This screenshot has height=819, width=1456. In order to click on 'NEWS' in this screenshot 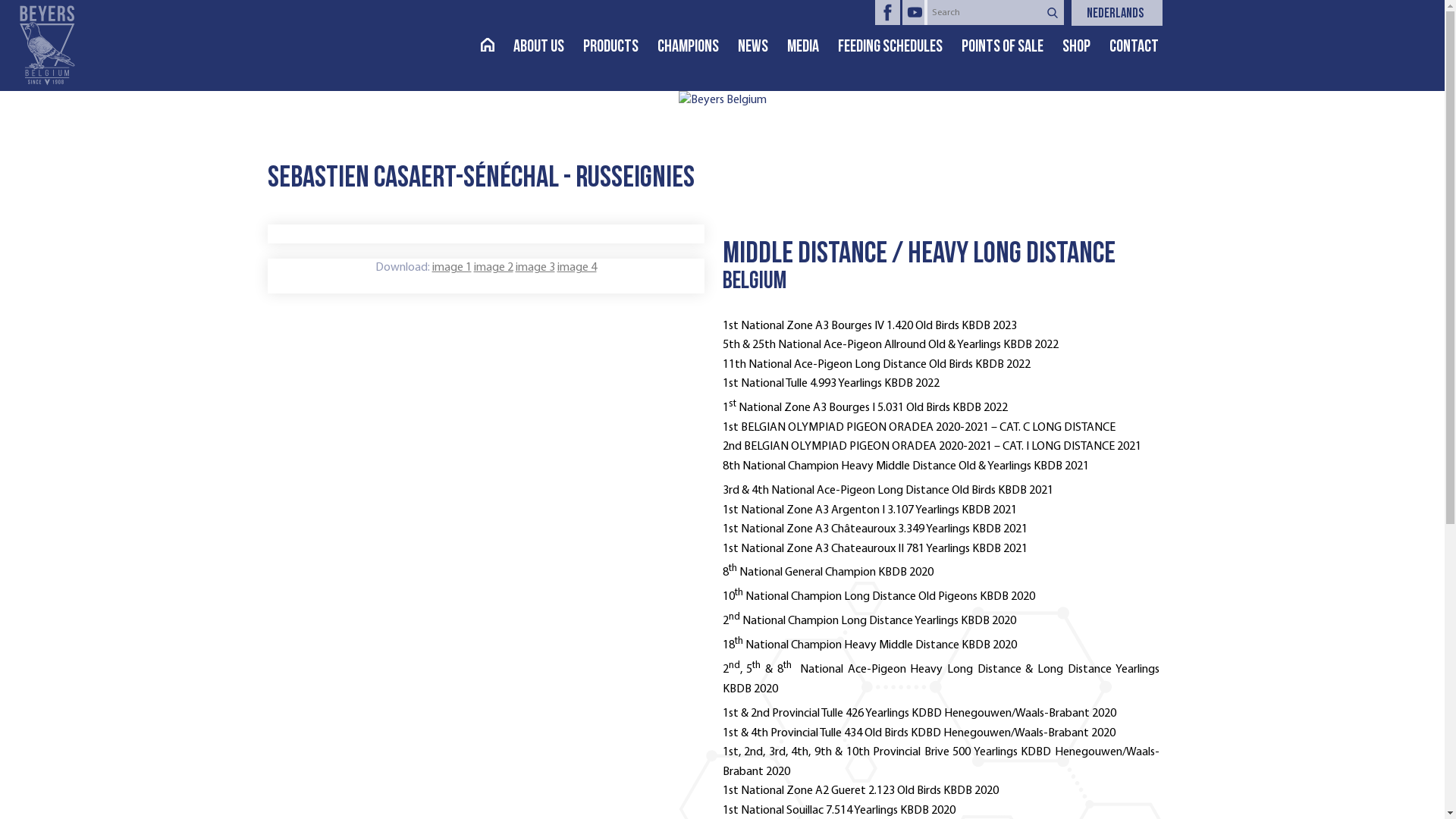, I will do `click(761, 46)`.